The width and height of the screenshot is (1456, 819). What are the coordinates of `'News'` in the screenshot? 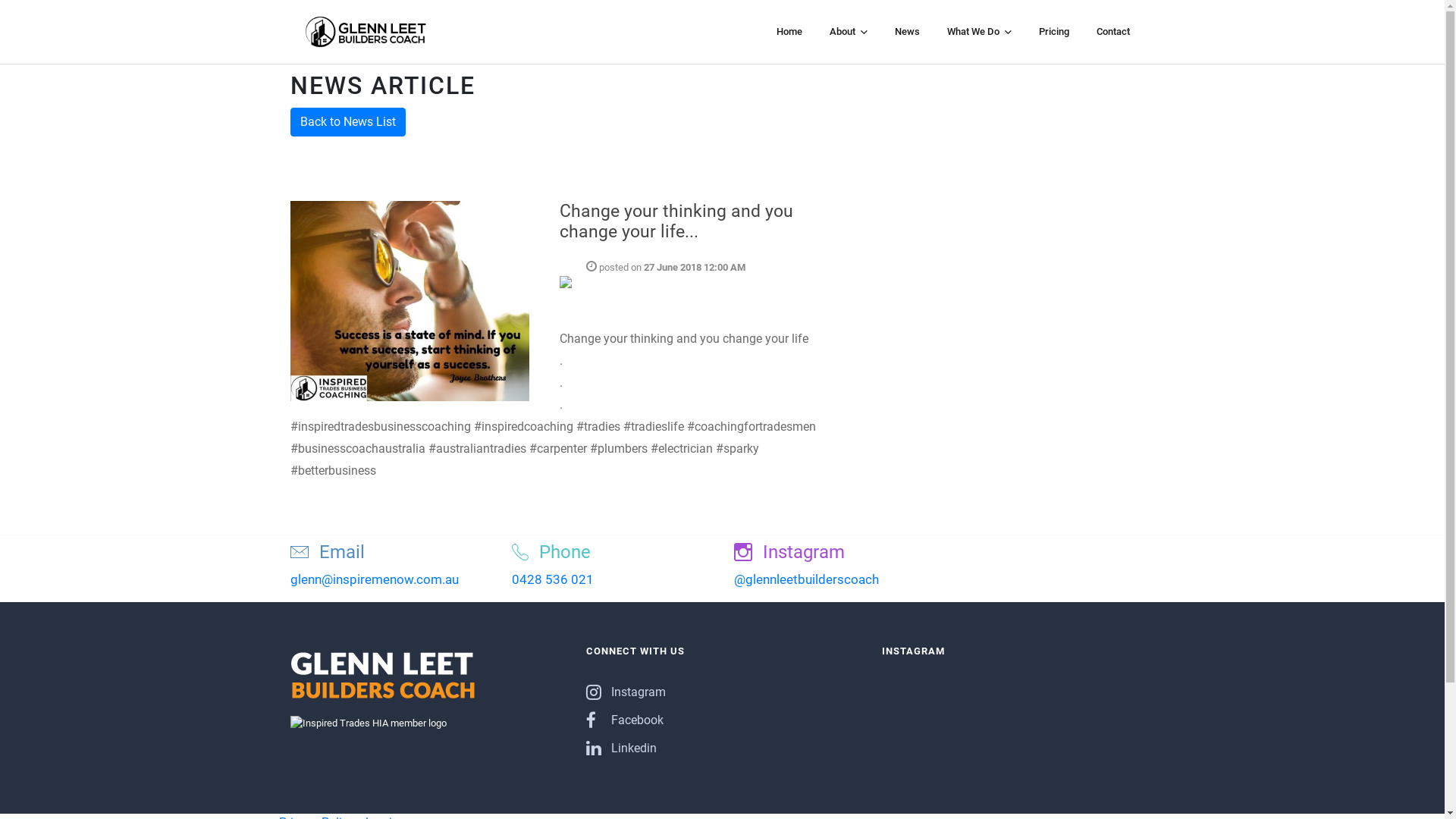 It's located at (887, 32).